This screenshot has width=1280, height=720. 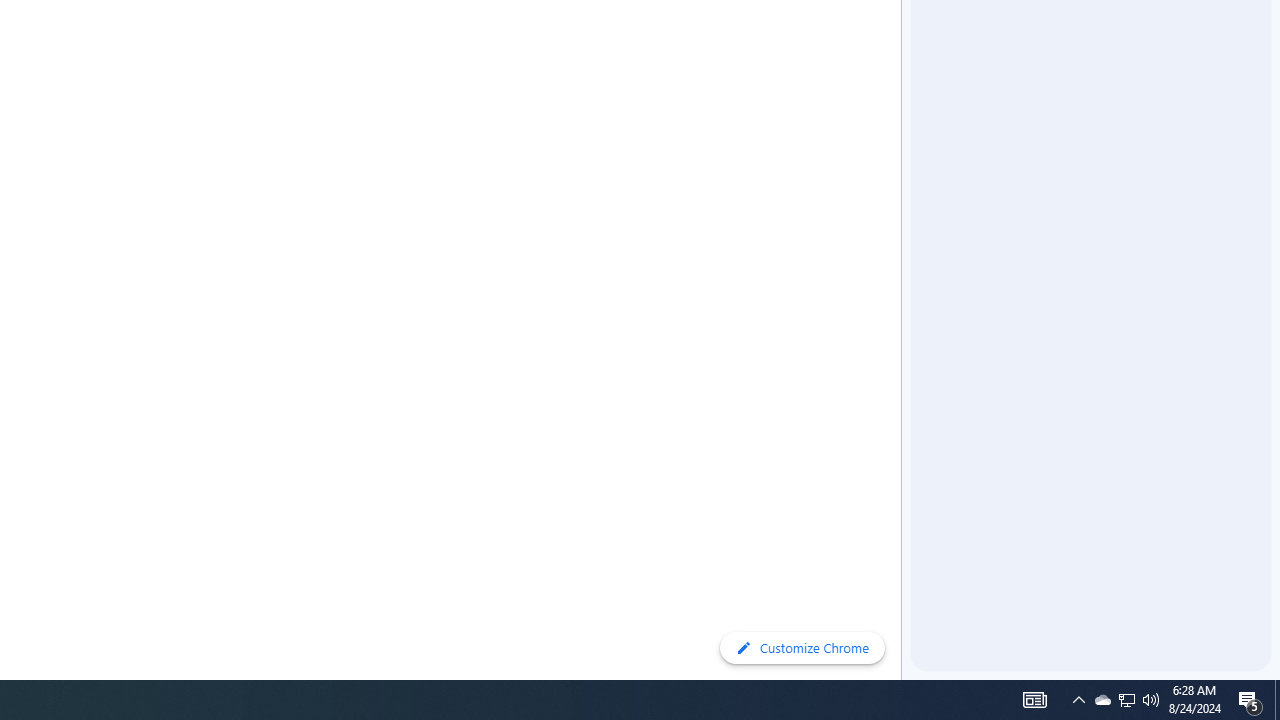 What do you see at coordinates (904, 39) in the screenshot?
I see `'Side Panel Resize Handle'` at bounding box center [904, 39].